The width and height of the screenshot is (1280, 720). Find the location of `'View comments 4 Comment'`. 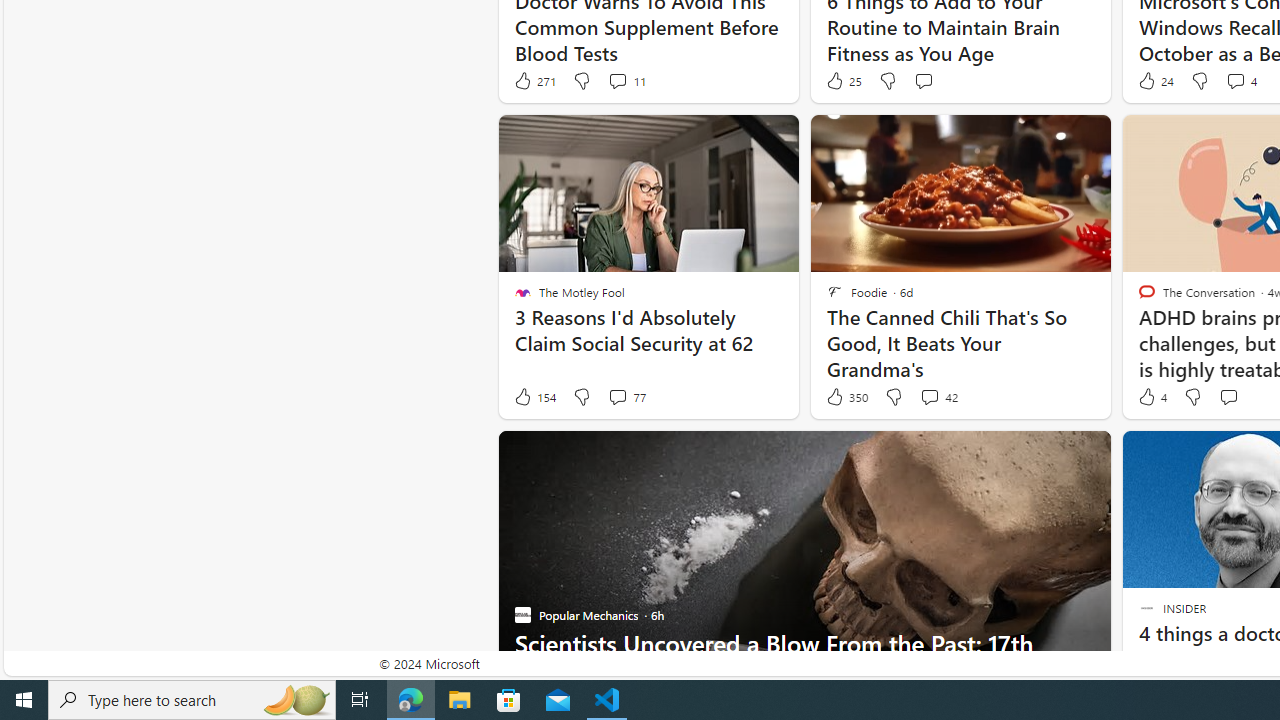

'View comments 4 Comment' is located at coordinates (1239, 80).